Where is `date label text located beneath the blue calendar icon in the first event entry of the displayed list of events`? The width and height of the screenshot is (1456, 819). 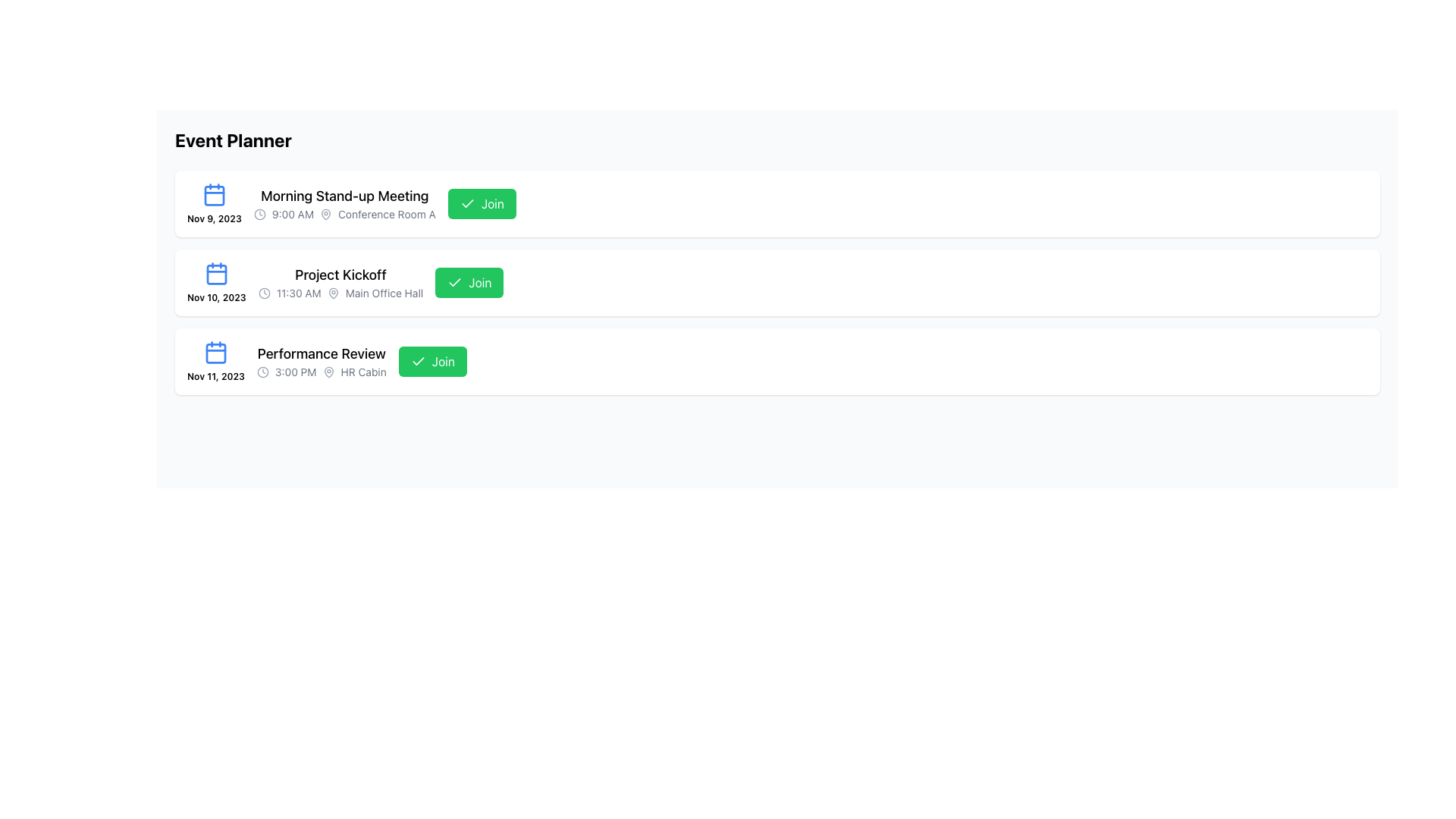 date label text located beneath the blue calendar icon in the first event entry of the displayed list of events is located at coordinates (213, 219).